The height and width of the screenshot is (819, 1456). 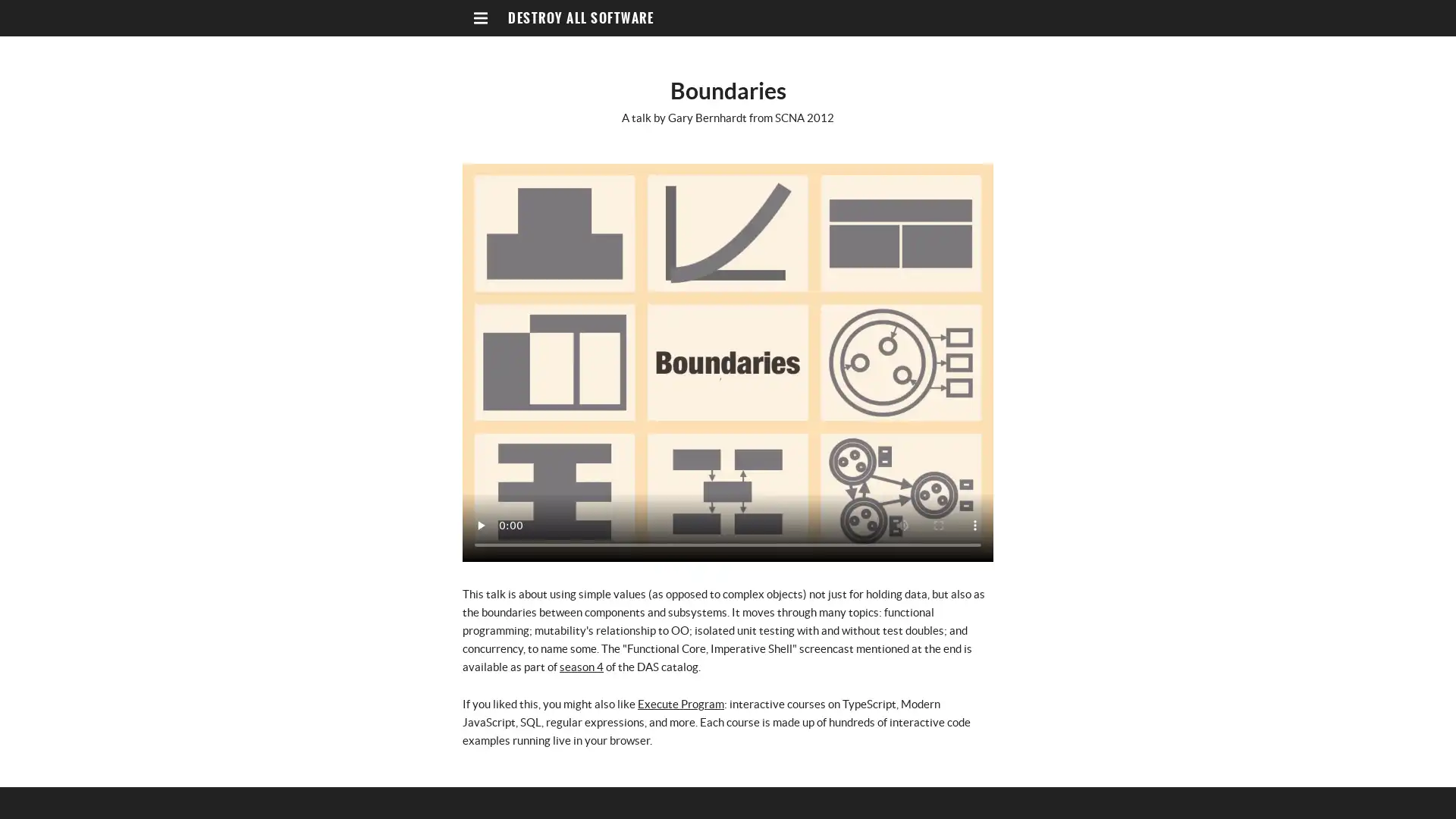 What do you see at coordinates (938, 525) in the screenshot?
I see `enter full screen` at bounding box center [938, 525].